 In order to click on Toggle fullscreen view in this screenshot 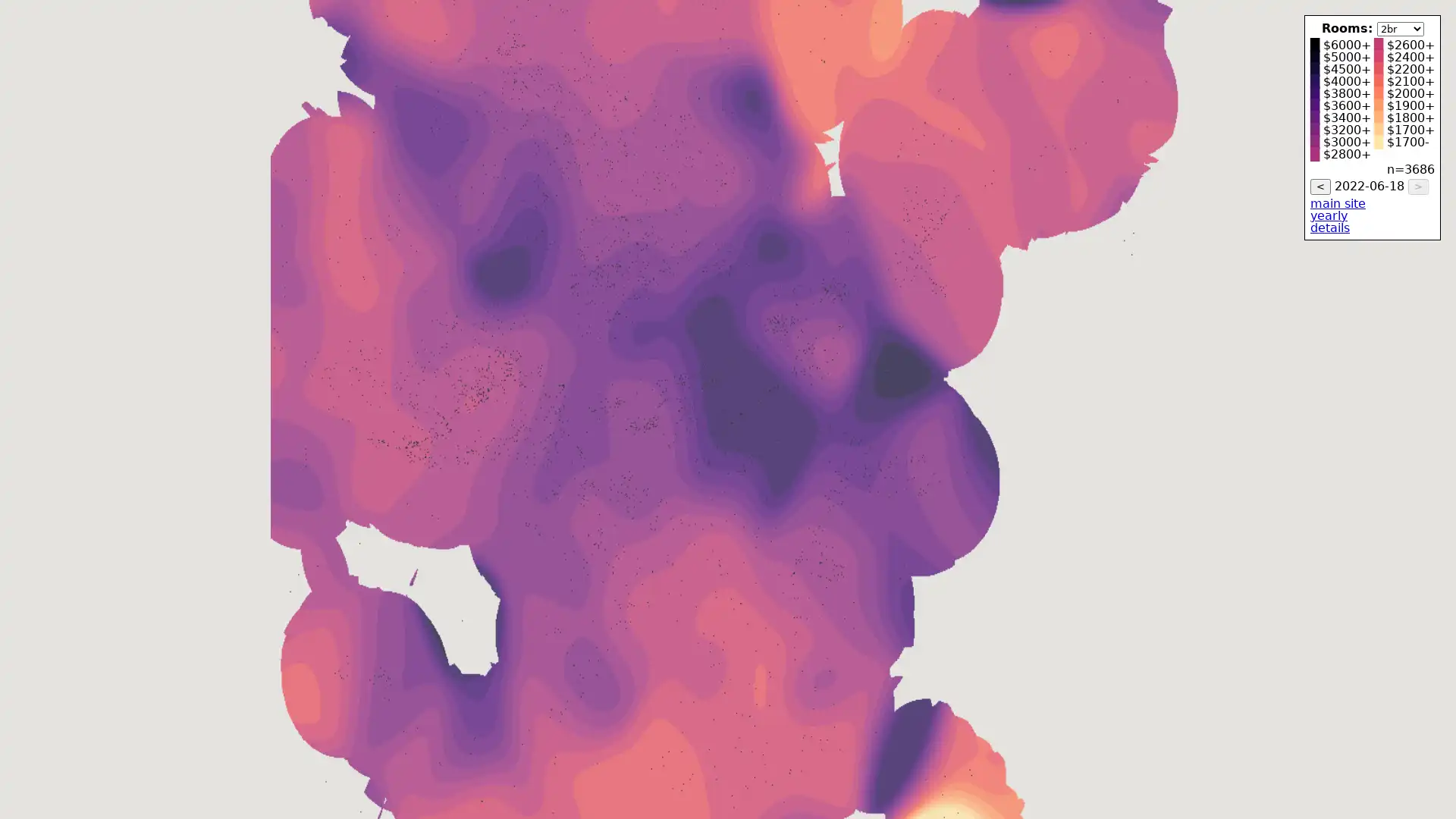, I will do `click(1432, 23)`.